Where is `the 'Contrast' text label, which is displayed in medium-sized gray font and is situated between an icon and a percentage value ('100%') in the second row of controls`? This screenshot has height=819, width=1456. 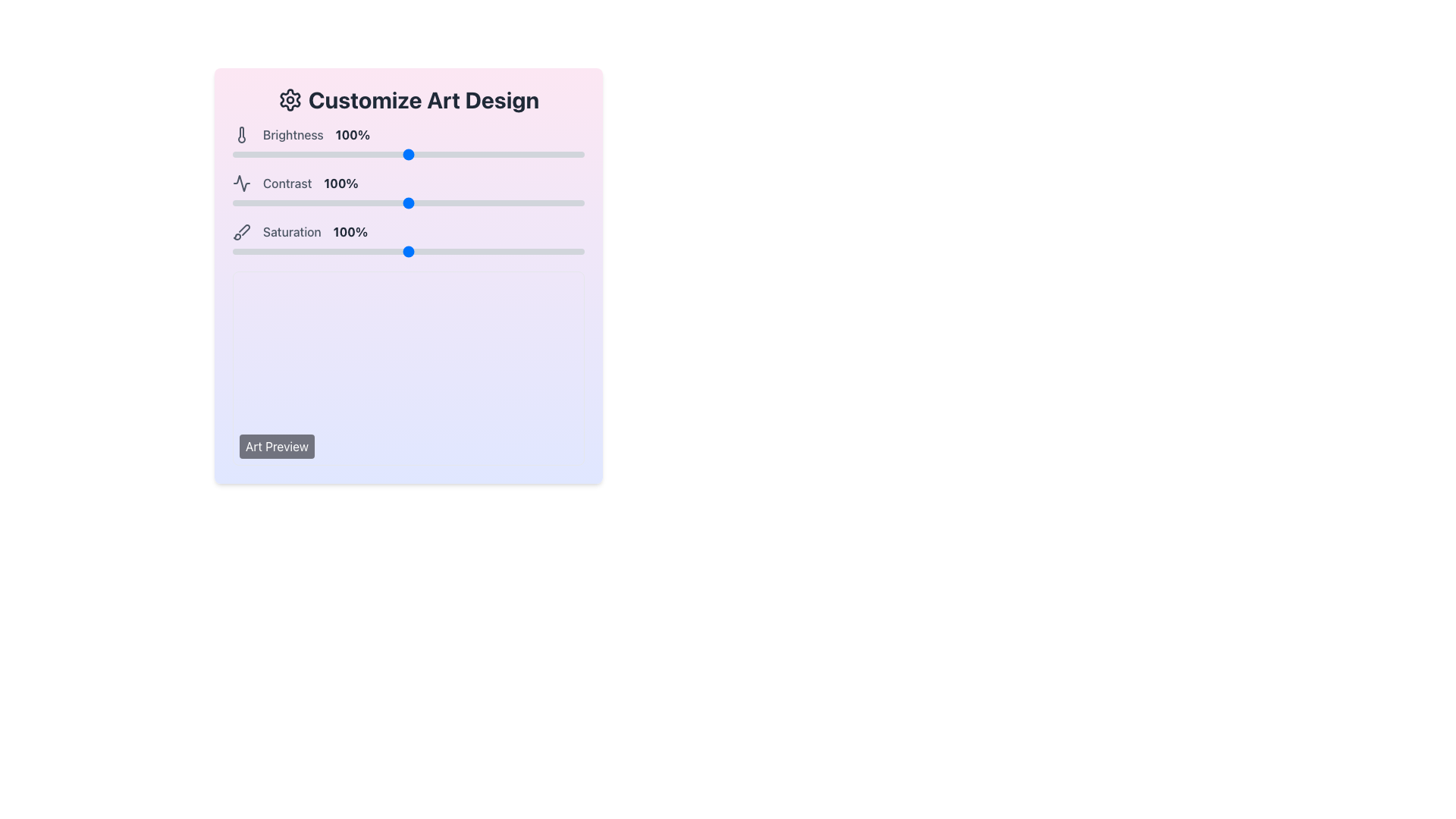 the 'Contrast' text label, which is displayed in medium-sized gray font and is situated between an icon and a percentage value ('100%') in the second row of controls is located at coordinates (287, 183).